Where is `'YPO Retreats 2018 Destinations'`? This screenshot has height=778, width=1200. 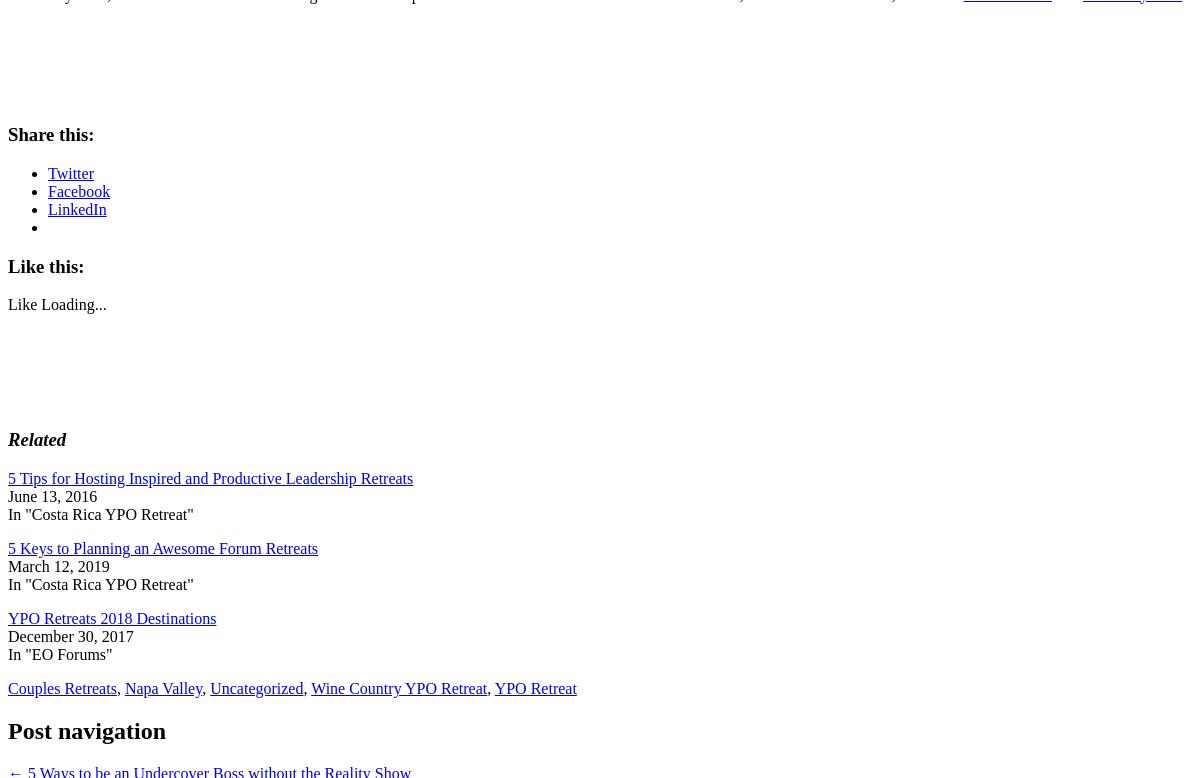
'YPO Retreats 2018 Destinations' is located at coordinates (111, 616).